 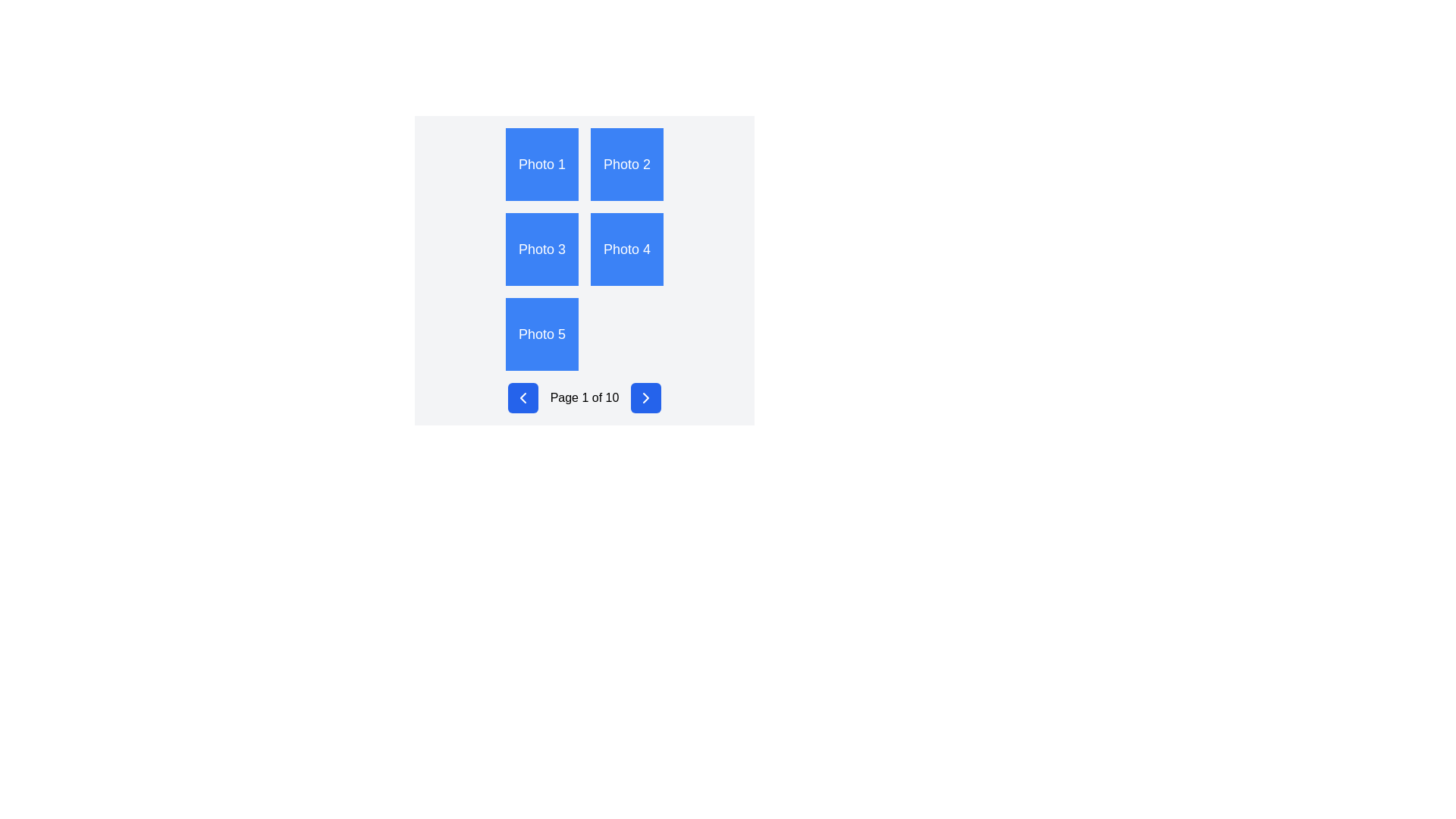 What do you see at coordinates (646, 397) in the screenshot?
I see `the right-chevron button styled in white within a blue circular button` at bounding box center [646, 397].